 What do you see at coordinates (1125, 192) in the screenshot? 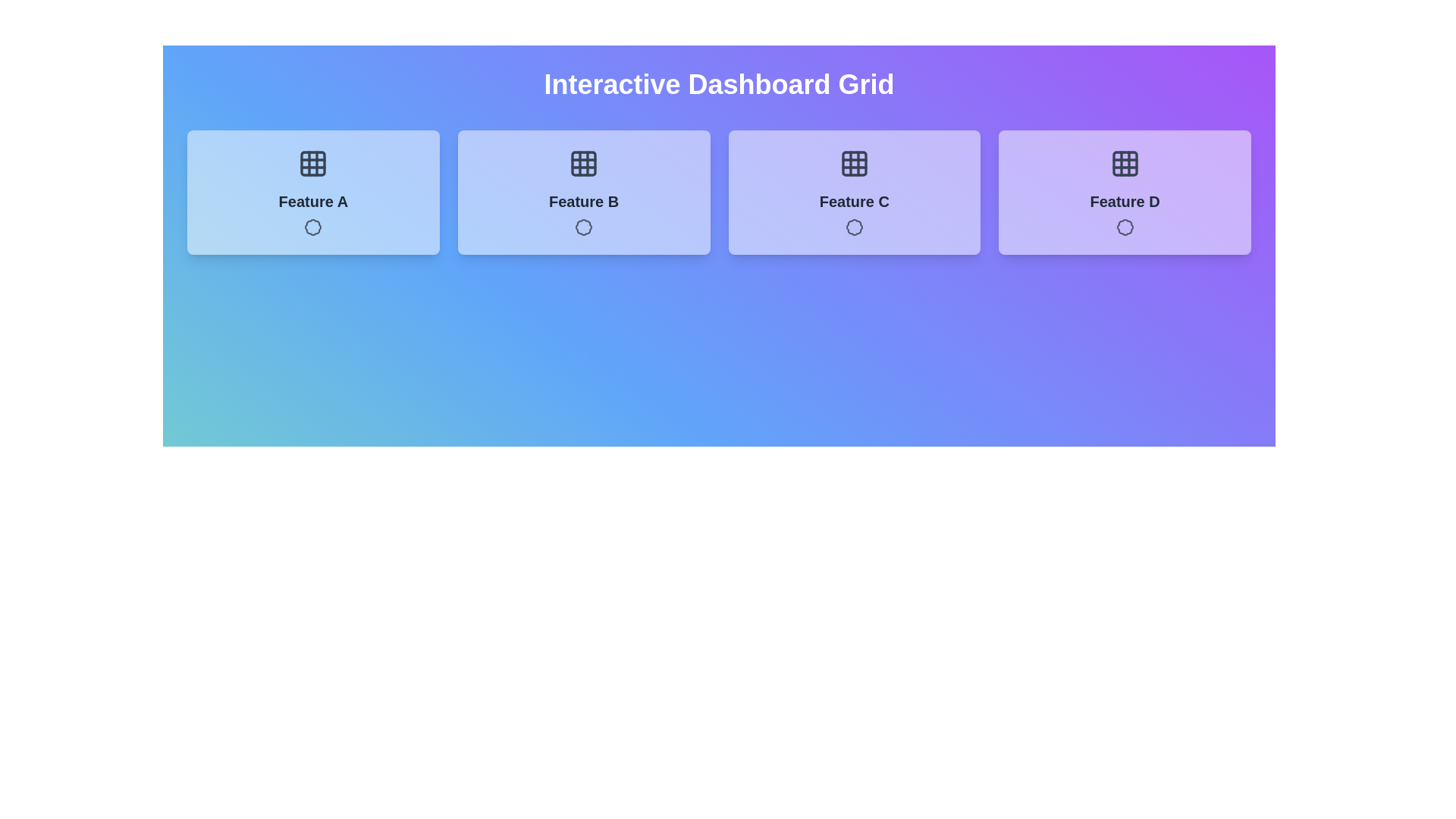
I see `the 'Feature D' card widget, which has a grid icon at the top and an 'Interactive' badge at the bottom, located in the fourth position from the left in a grid layout` at bounding box center [1125, 192].